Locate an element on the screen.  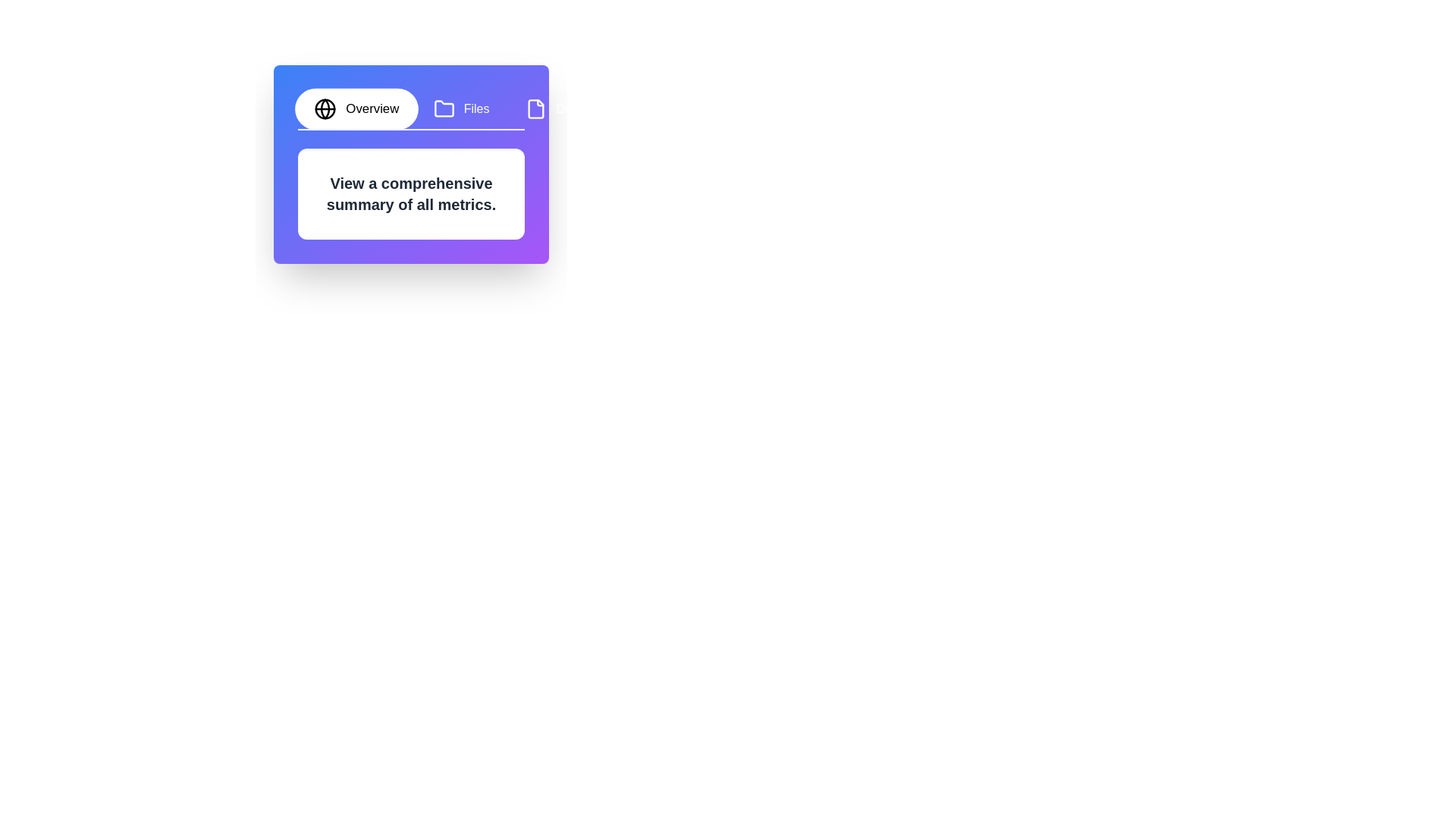
icon next to the tab labeled Files is located at coordinates (443, 108).